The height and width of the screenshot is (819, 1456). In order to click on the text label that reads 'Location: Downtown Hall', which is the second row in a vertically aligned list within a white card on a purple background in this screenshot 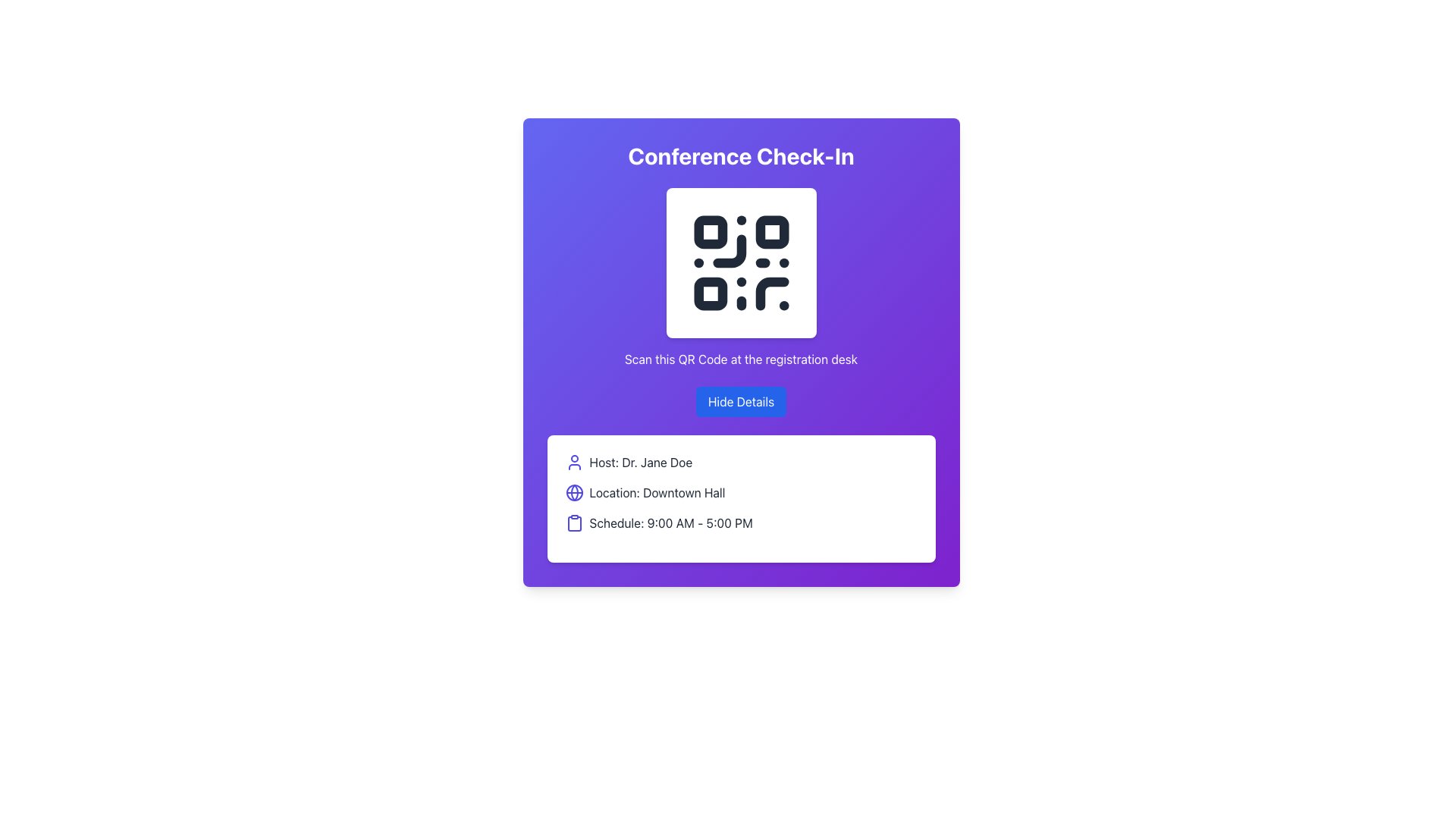, I will do `click(657, 493)`.